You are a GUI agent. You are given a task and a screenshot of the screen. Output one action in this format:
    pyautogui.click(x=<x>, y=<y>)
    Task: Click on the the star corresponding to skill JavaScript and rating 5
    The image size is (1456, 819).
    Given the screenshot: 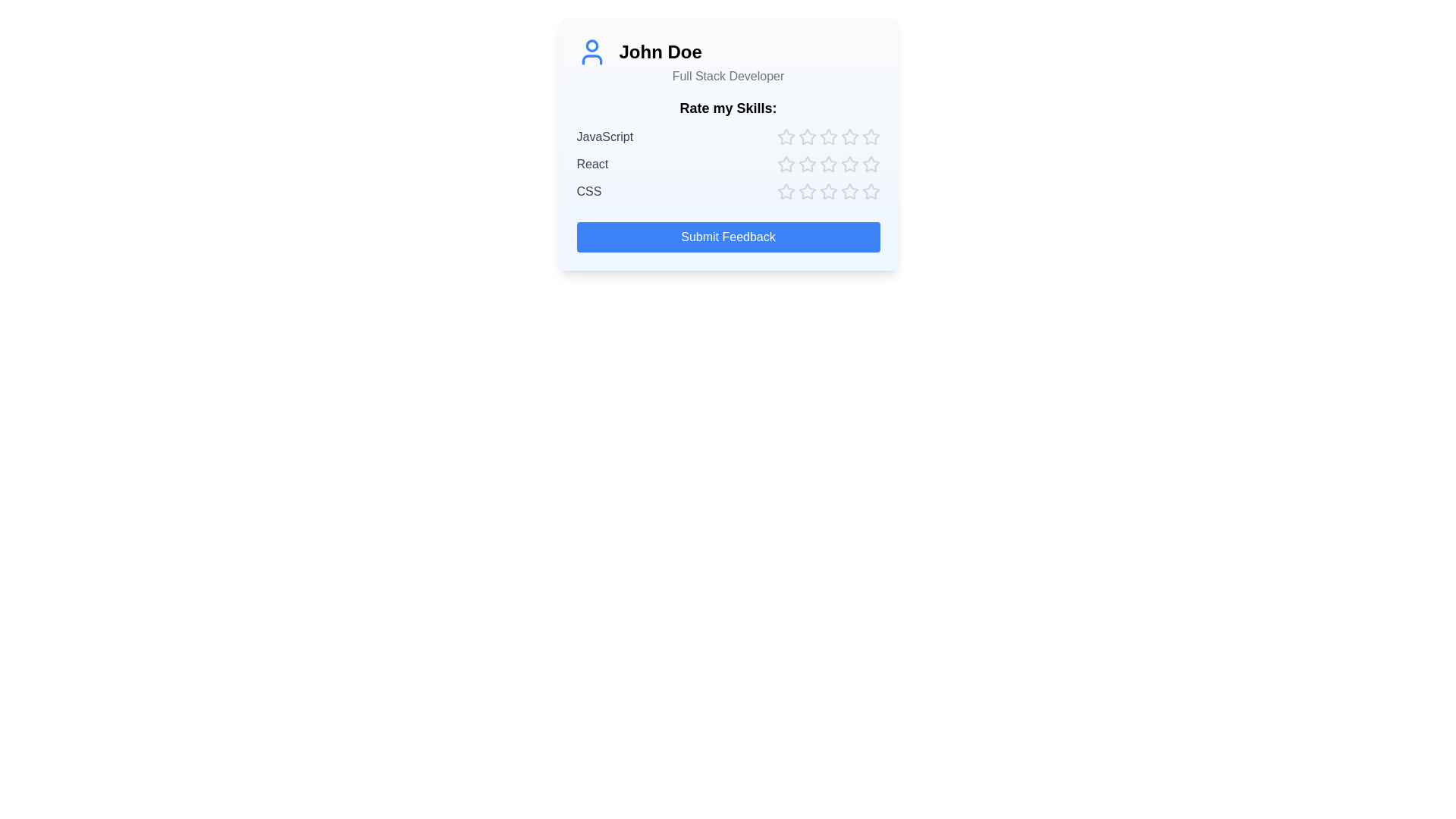 What is the action you would take?
    pyautogui.click(x=871, y=137)
    